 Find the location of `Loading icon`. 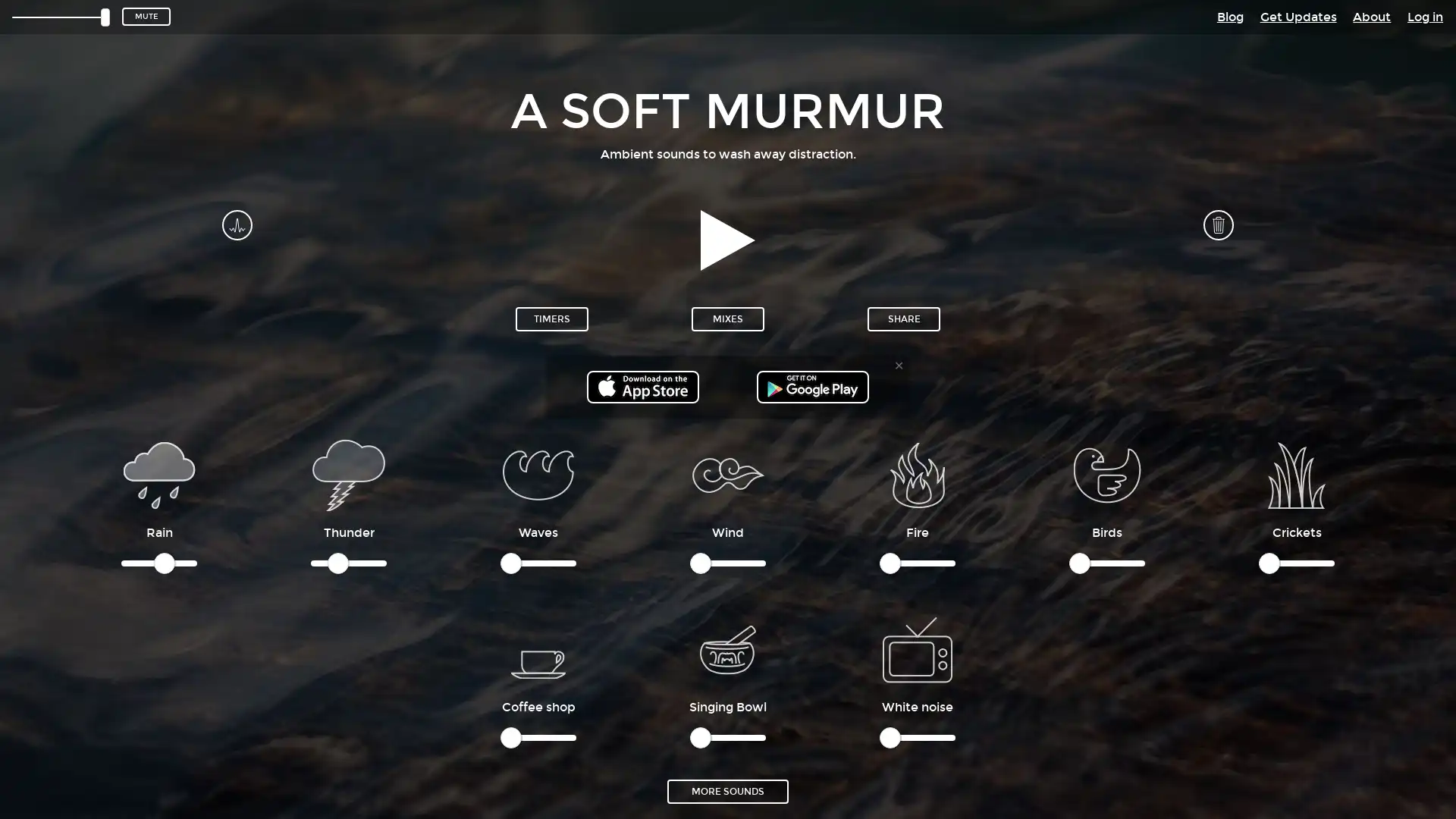

Loading icon is located at coordinates (916, 473).